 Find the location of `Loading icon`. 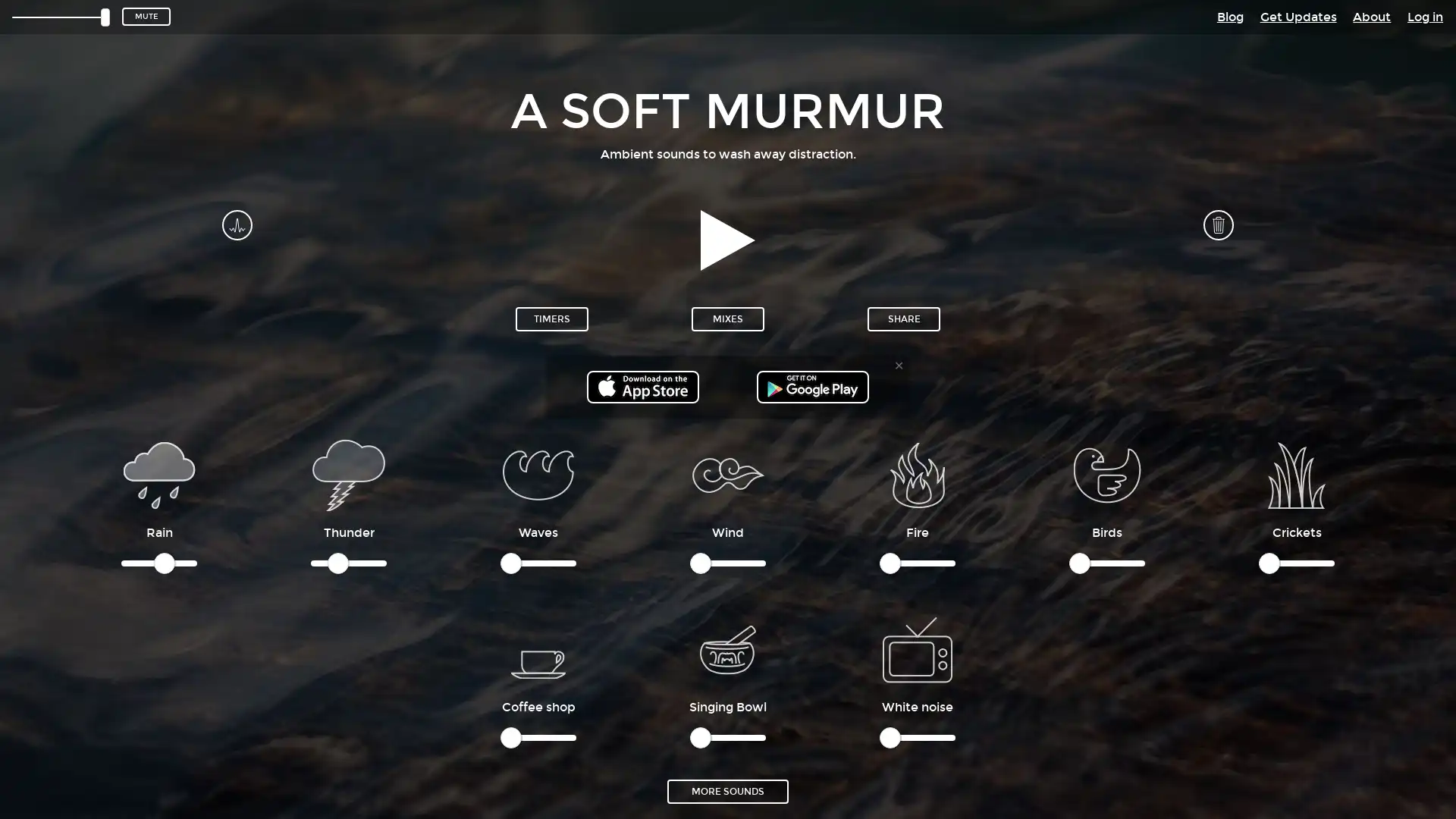

Loading icon is located at coordinates (916, 473).